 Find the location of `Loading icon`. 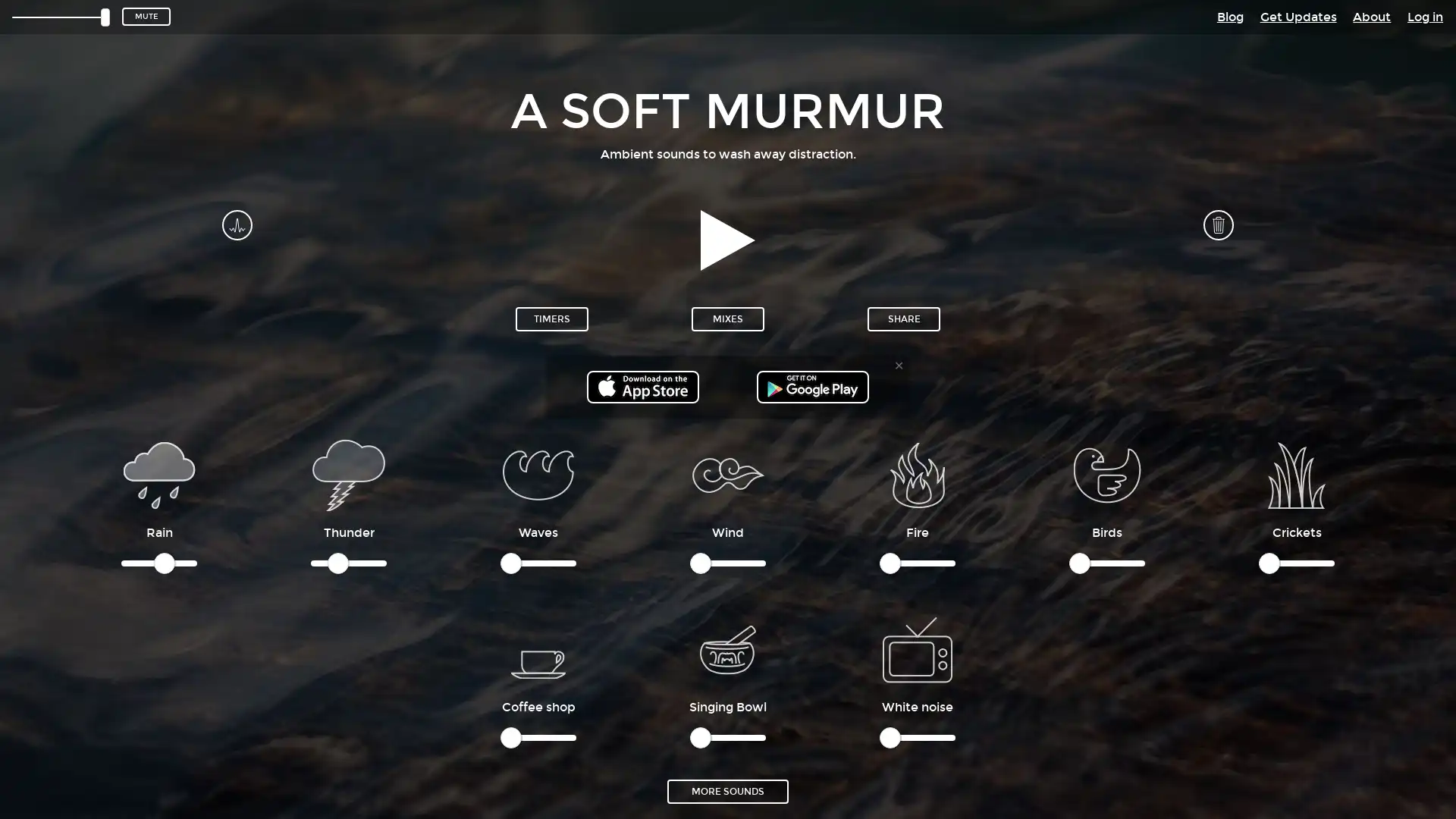

Loading icon is located at coordinates (916, 473).